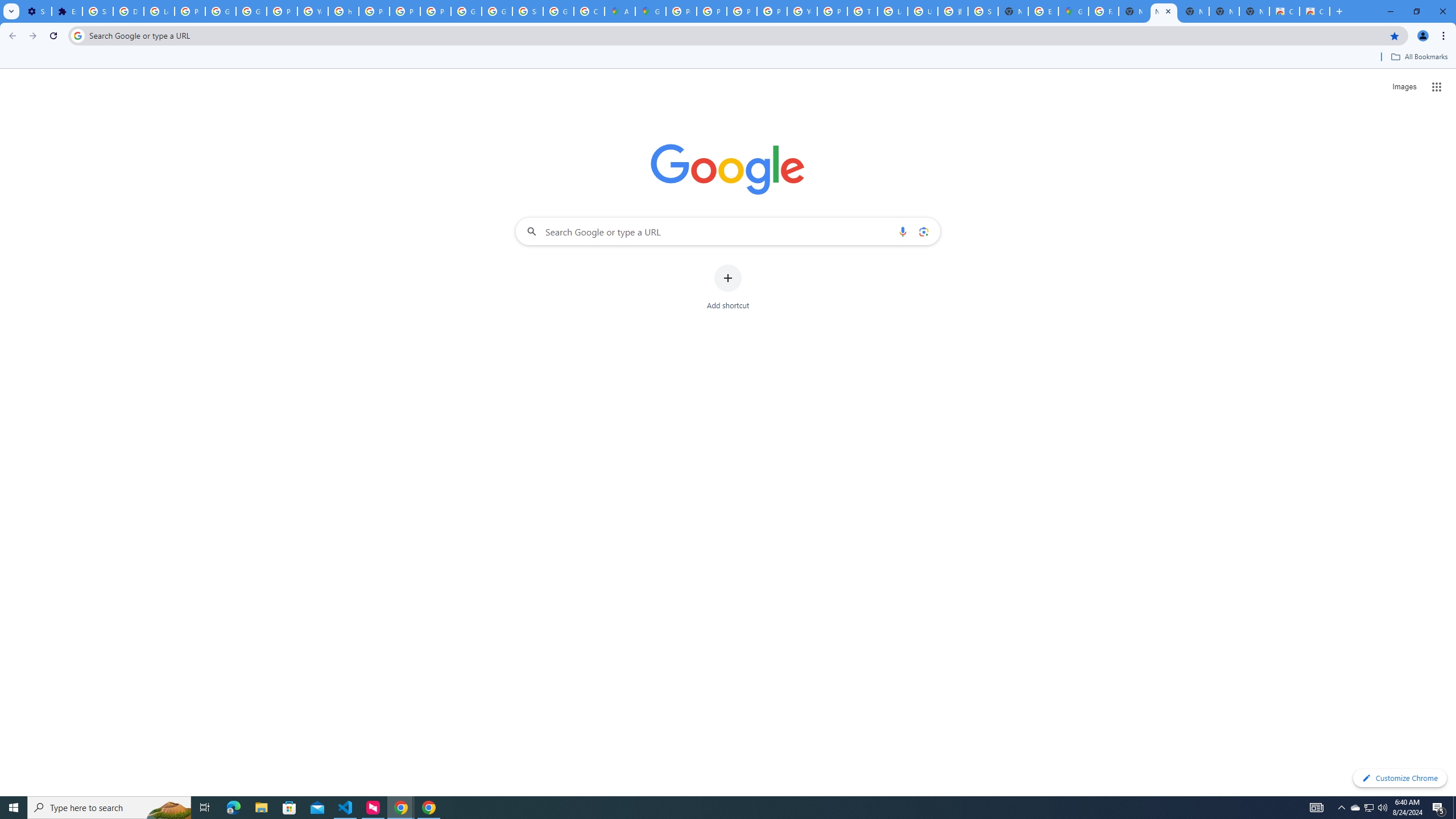  Describe the element at coordinates (742, 11) in the screenshot. I see `'Privacy Help Center - Policies Help'` at that location.